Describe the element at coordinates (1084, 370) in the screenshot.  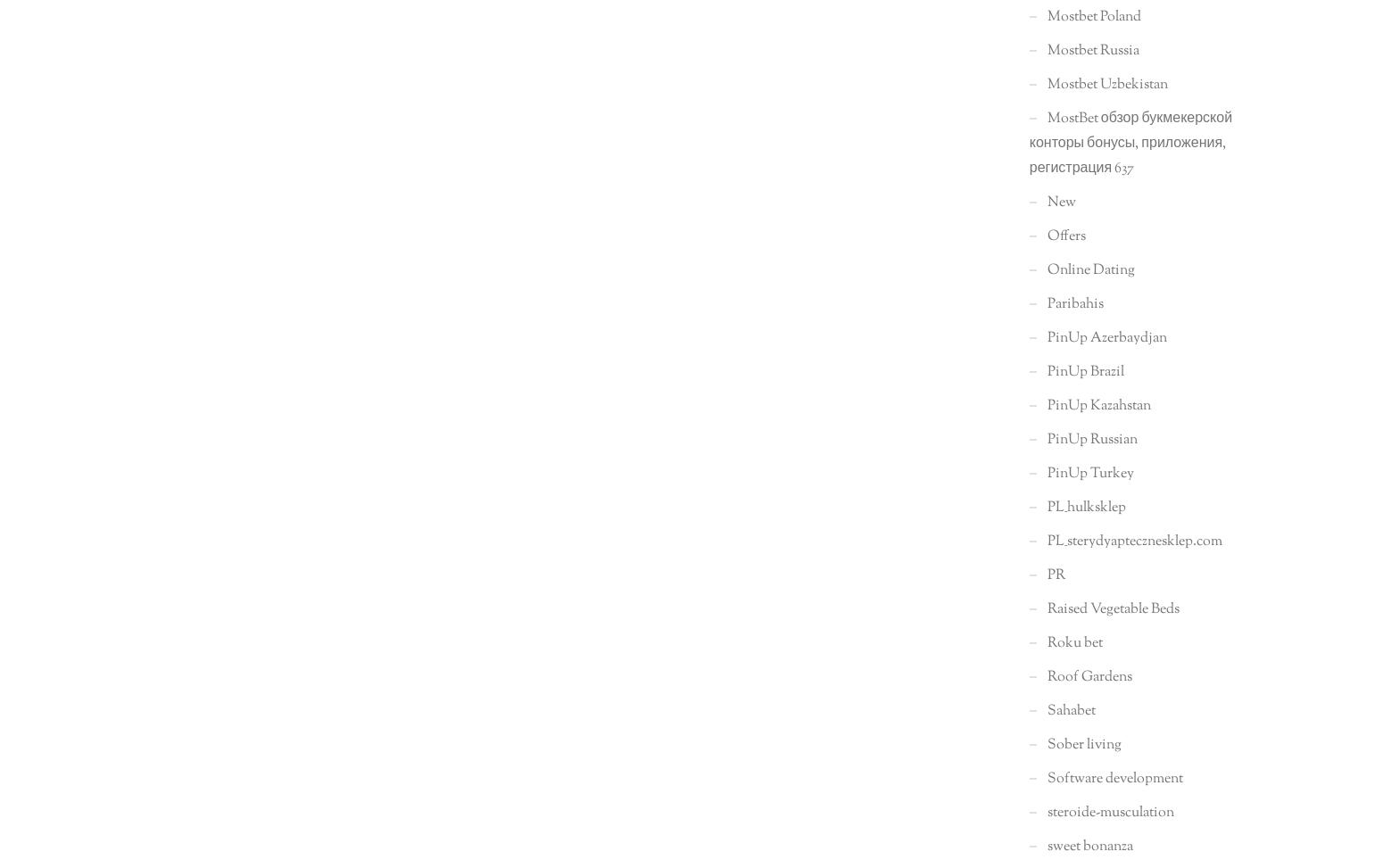
I see `'PinUp Brazil'` at that location.